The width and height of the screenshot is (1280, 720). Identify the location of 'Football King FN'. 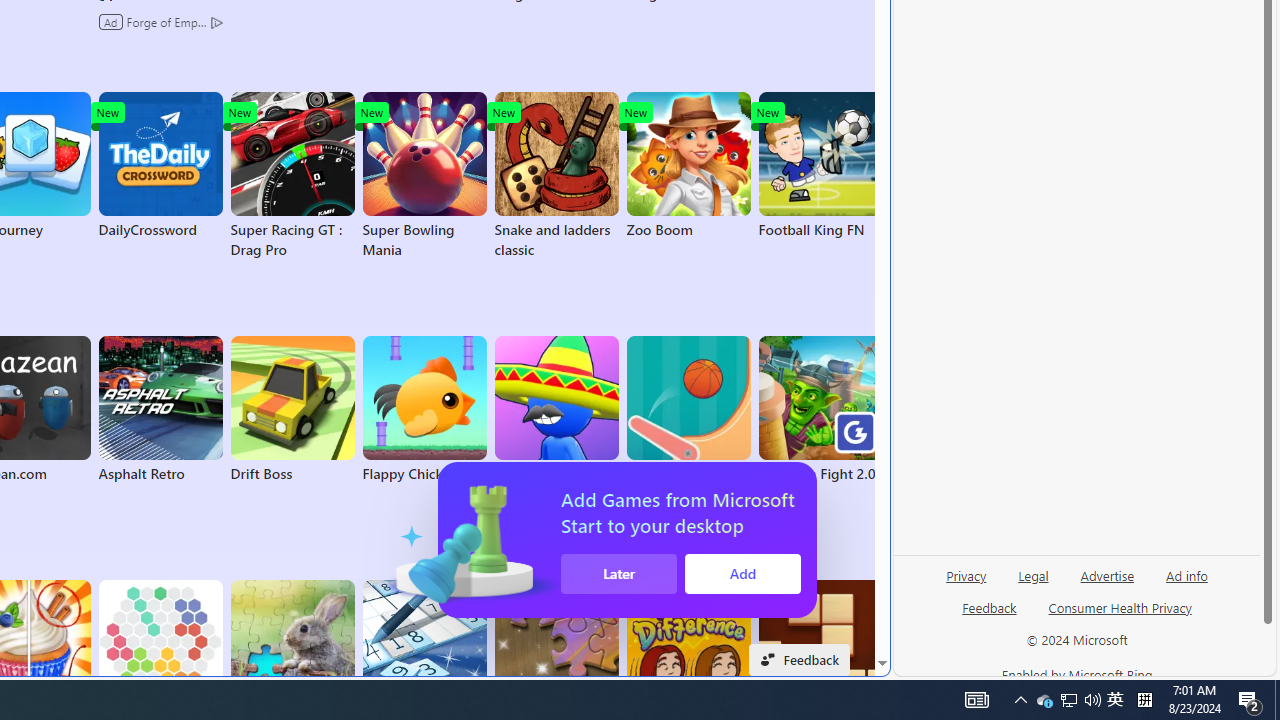
(820, 164).